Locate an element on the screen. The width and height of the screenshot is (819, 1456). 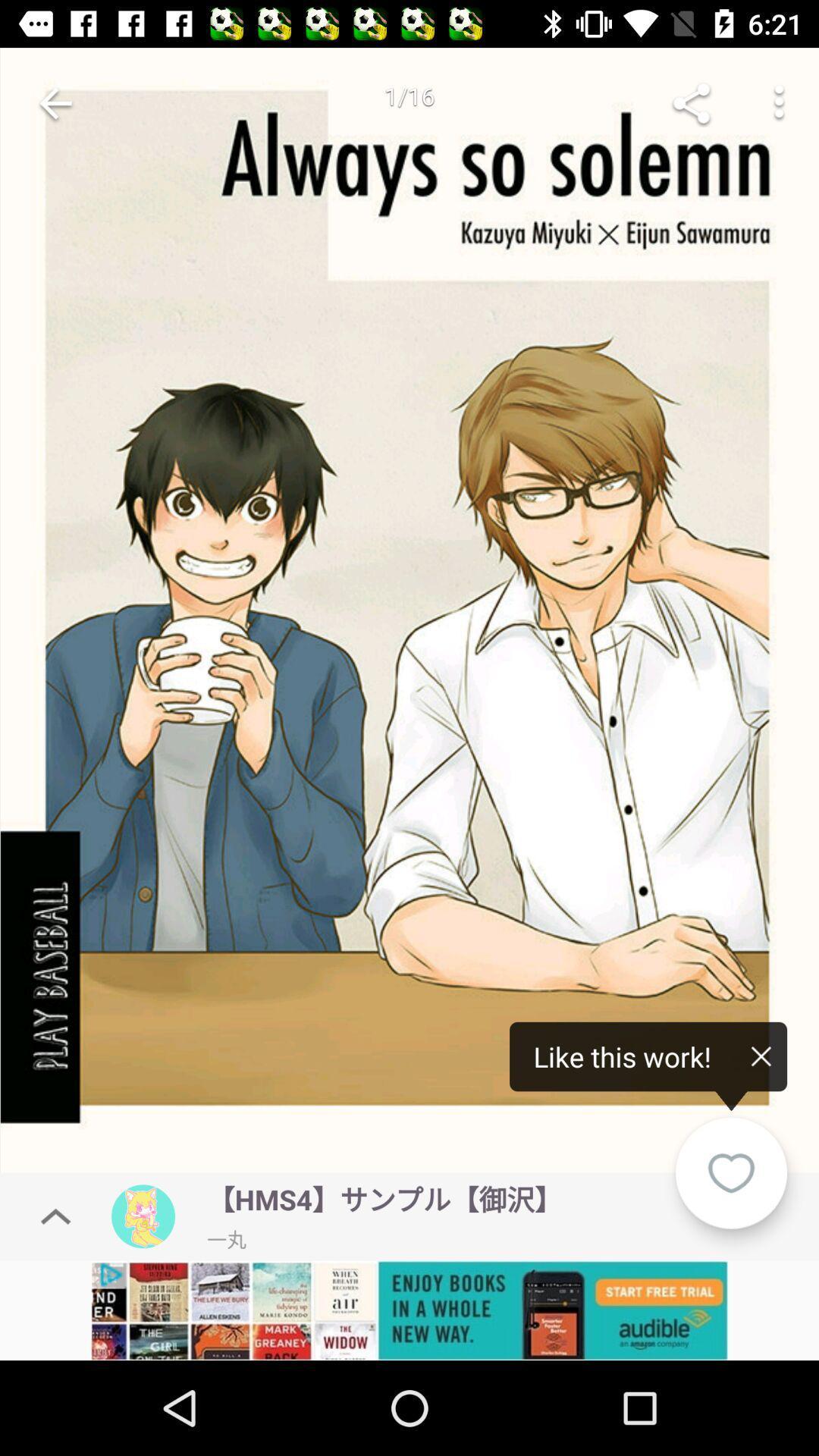
the expand_less icon is located at coordinates (55, 1216).